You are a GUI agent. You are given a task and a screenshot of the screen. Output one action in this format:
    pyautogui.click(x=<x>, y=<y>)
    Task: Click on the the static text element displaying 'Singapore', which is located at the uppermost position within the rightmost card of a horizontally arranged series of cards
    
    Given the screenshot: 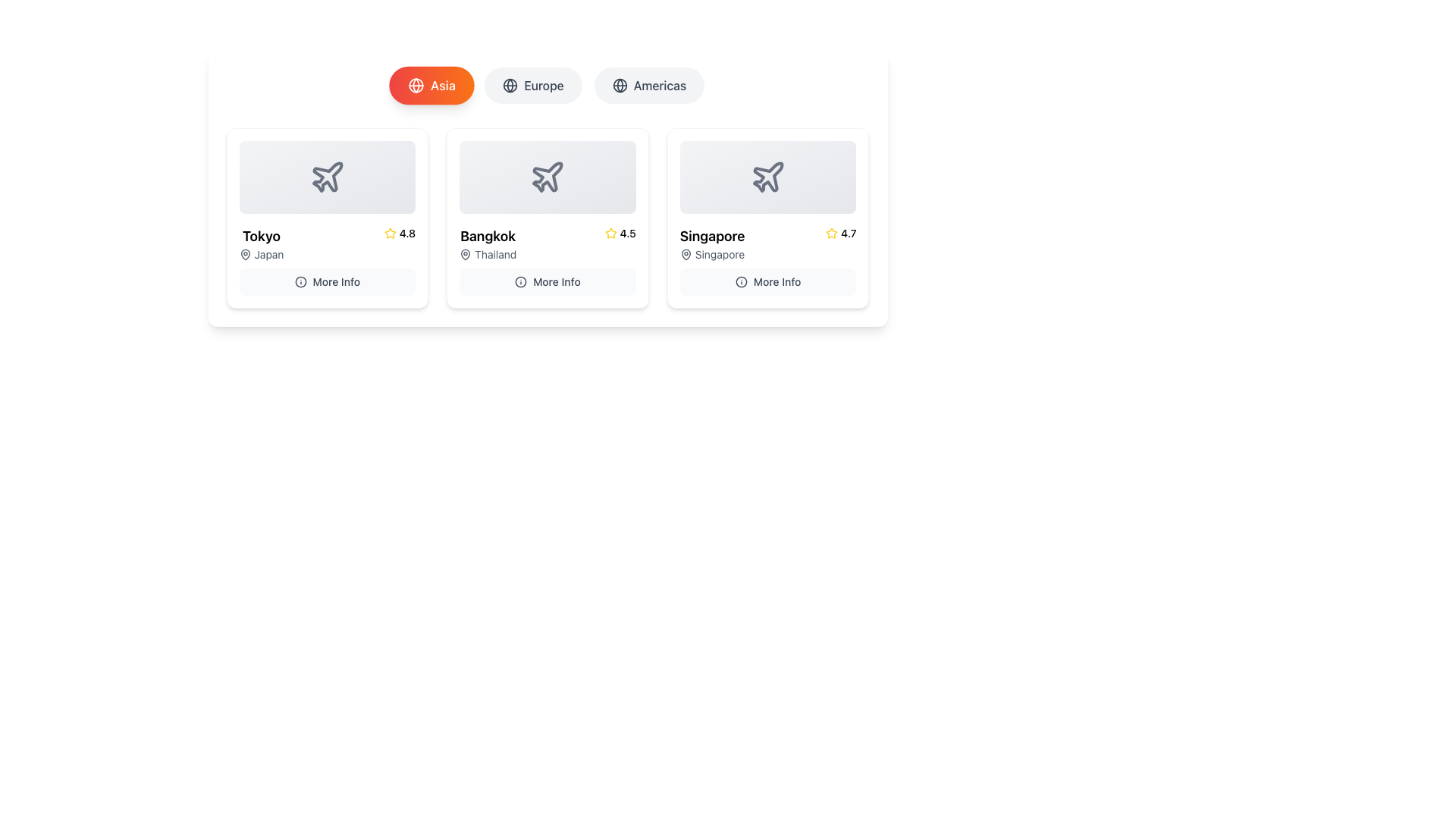 What is the action you would take?
    pyautogui.click(x=711, y=237)
    